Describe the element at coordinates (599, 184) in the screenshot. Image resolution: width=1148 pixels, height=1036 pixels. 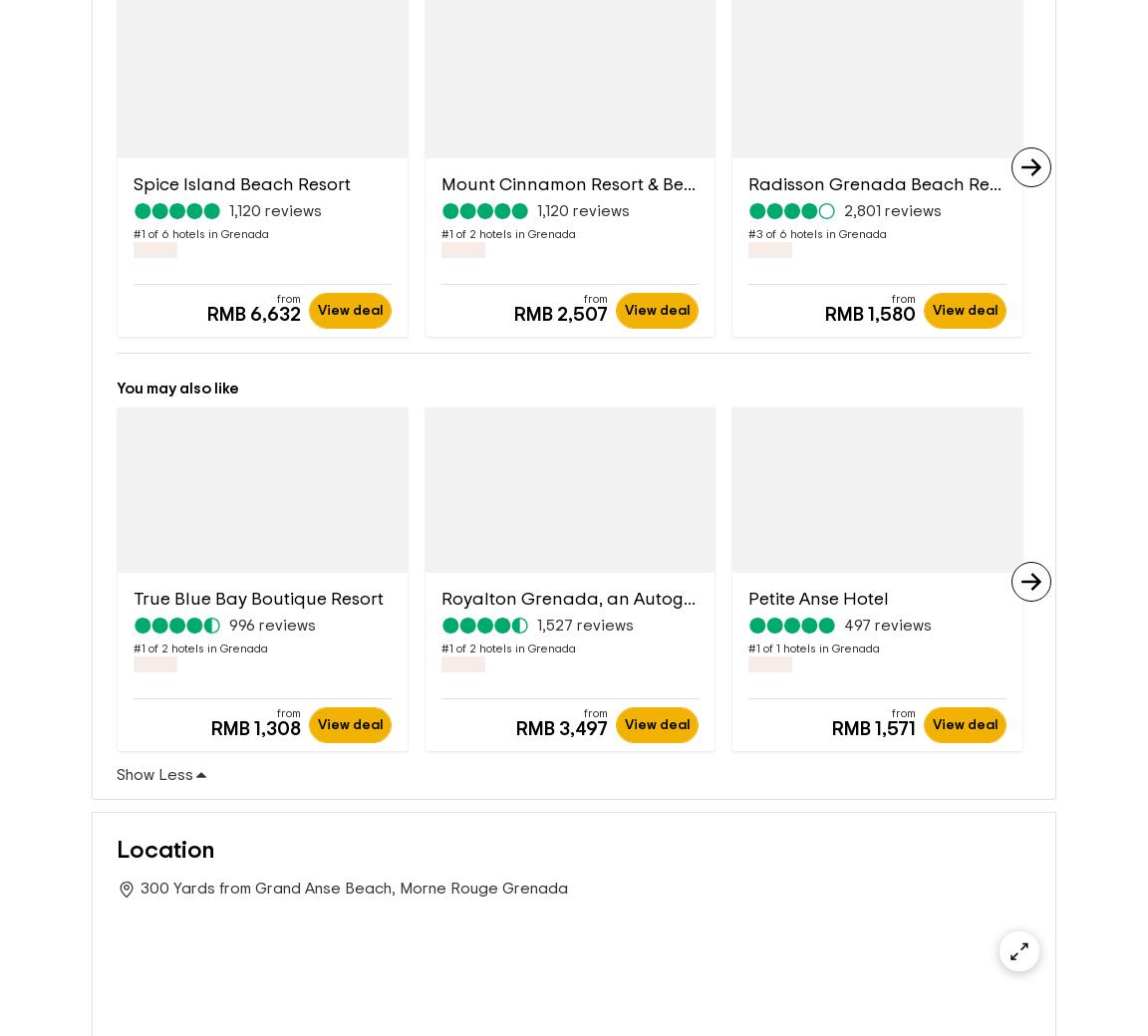
I see `'Mount Cinnamon Resort & Beach Club'` at that location.